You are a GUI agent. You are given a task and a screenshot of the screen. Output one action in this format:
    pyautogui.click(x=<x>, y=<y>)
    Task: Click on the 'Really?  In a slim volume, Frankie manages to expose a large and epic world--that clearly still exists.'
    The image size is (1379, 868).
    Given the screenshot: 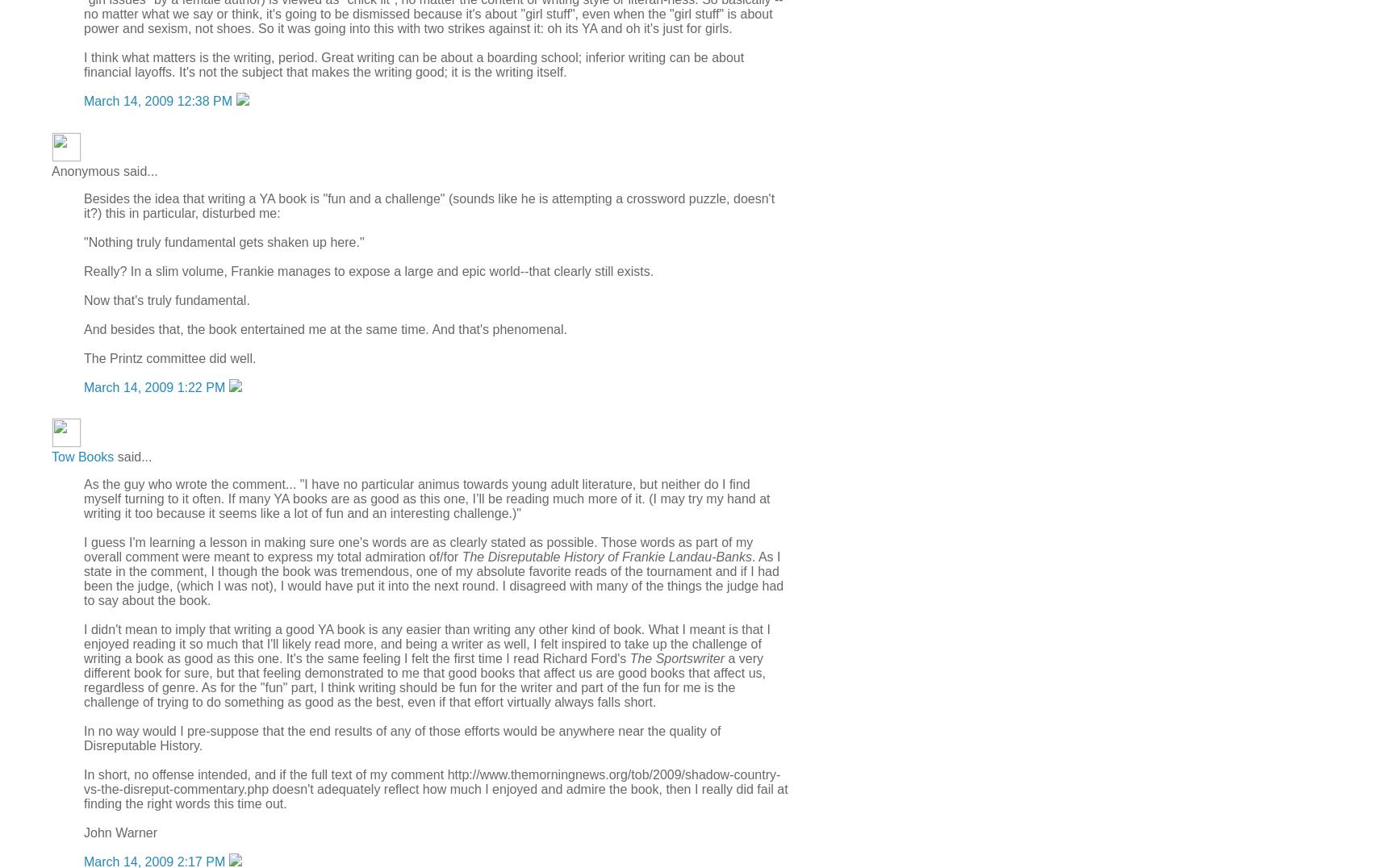 What is the action you would take?
    pyautogui.click(x=367, y=270)
    